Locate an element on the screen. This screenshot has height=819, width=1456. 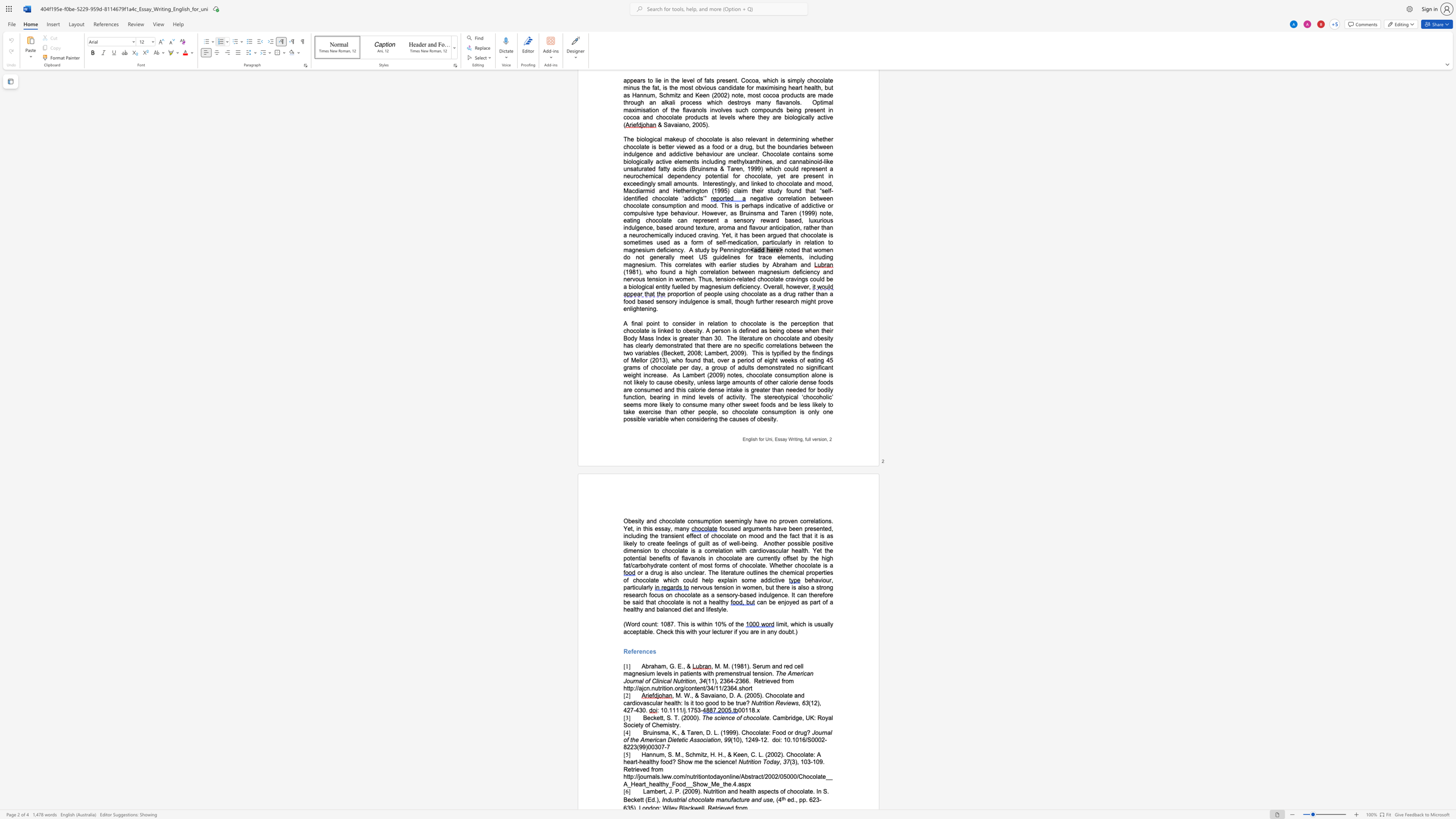
the space between the continuous character "l" and "a" in the text is located at coordinates (760, 717).